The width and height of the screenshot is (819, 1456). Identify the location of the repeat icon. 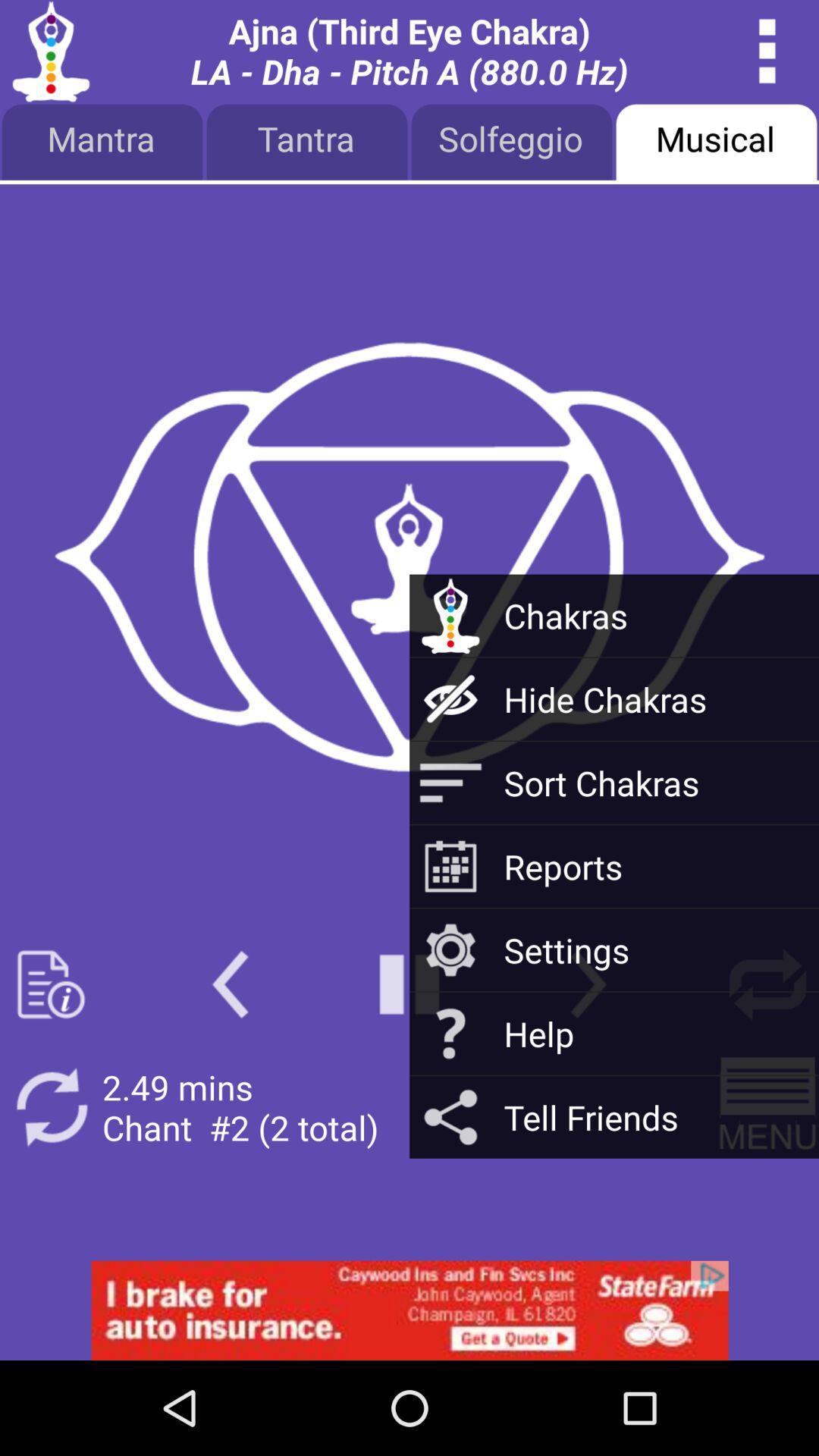
(767, 1053).